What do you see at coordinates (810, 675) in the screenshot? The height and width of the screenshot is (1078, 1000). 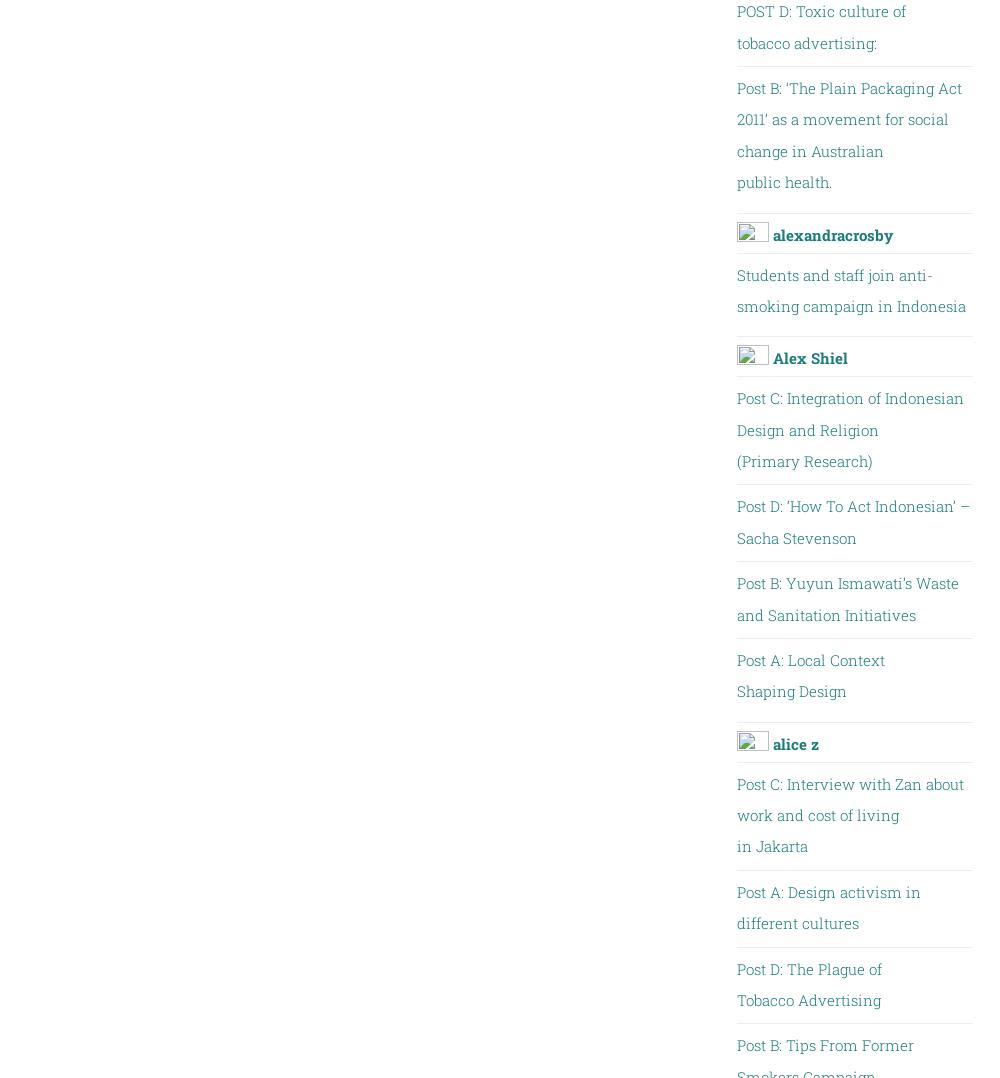 I see `'Post A: Local Context Shaping Design'` at bounding box center [810, 675].